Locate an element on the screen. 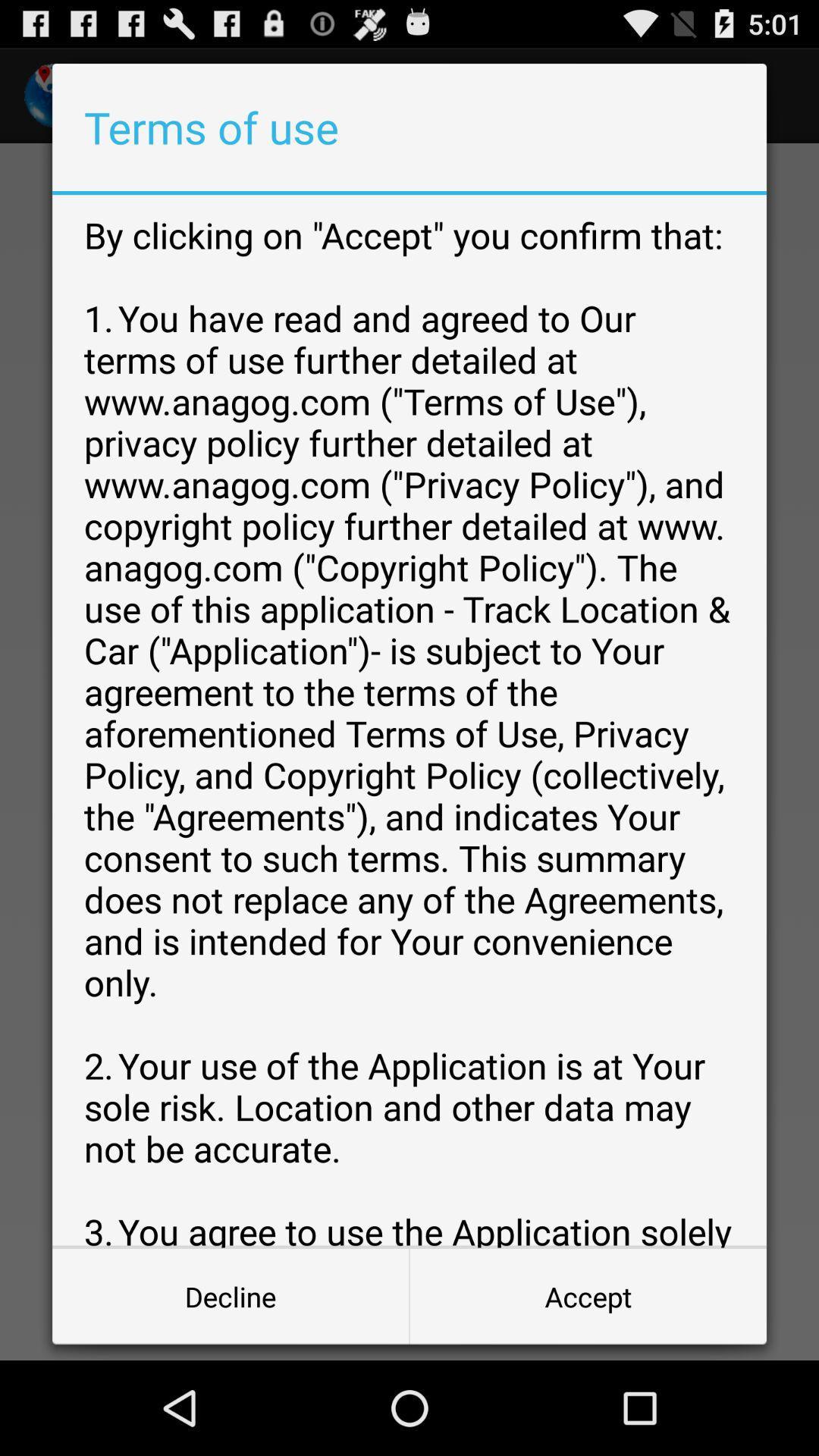 Image resolution: width=819 pixels, height=1456 pixels. button at the bottom left corner is located at coordinates (231, 1295).